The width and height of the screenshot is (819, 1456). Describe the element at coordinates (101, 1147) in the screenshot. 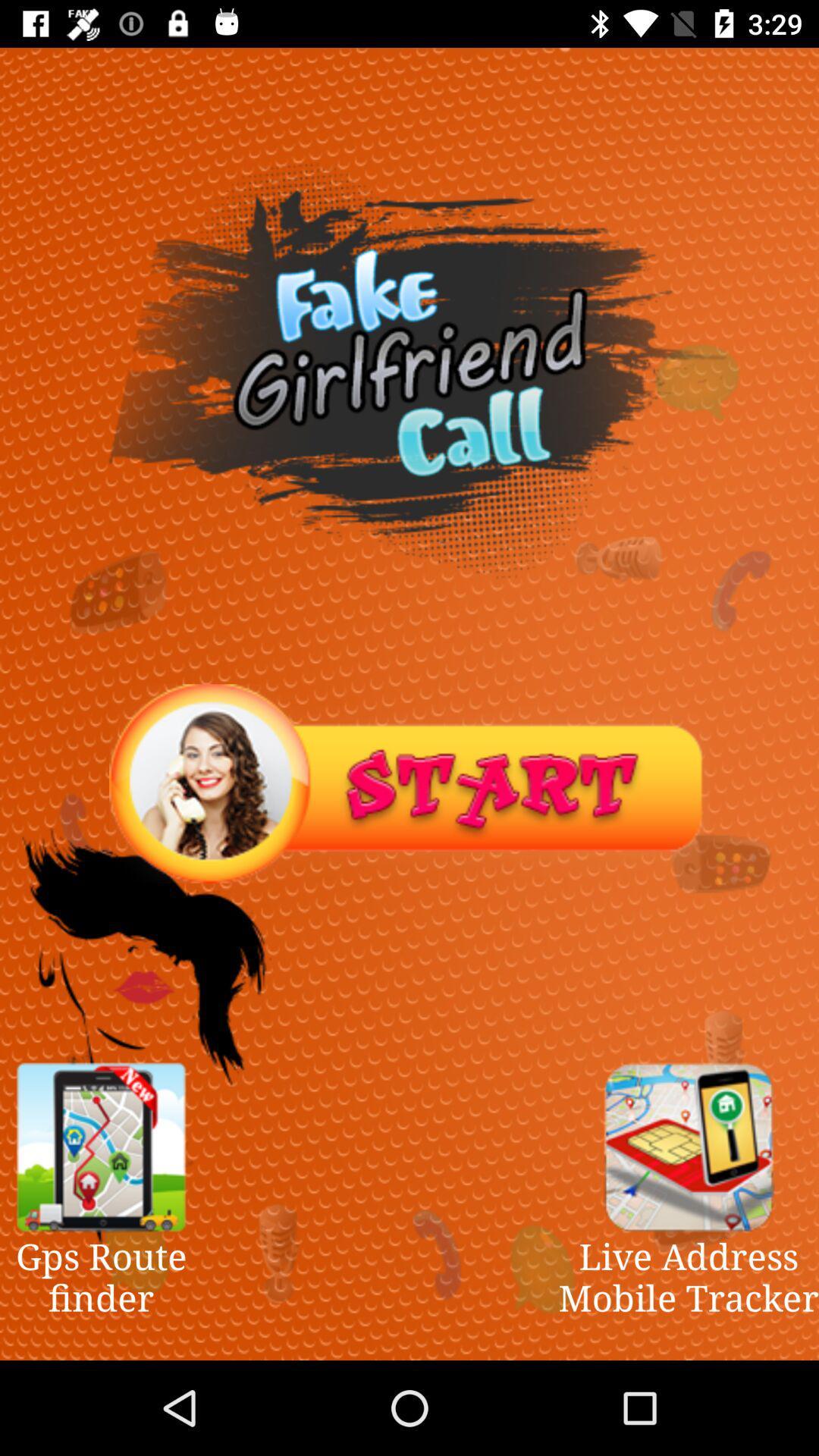

I see `gps route finder` at that location.